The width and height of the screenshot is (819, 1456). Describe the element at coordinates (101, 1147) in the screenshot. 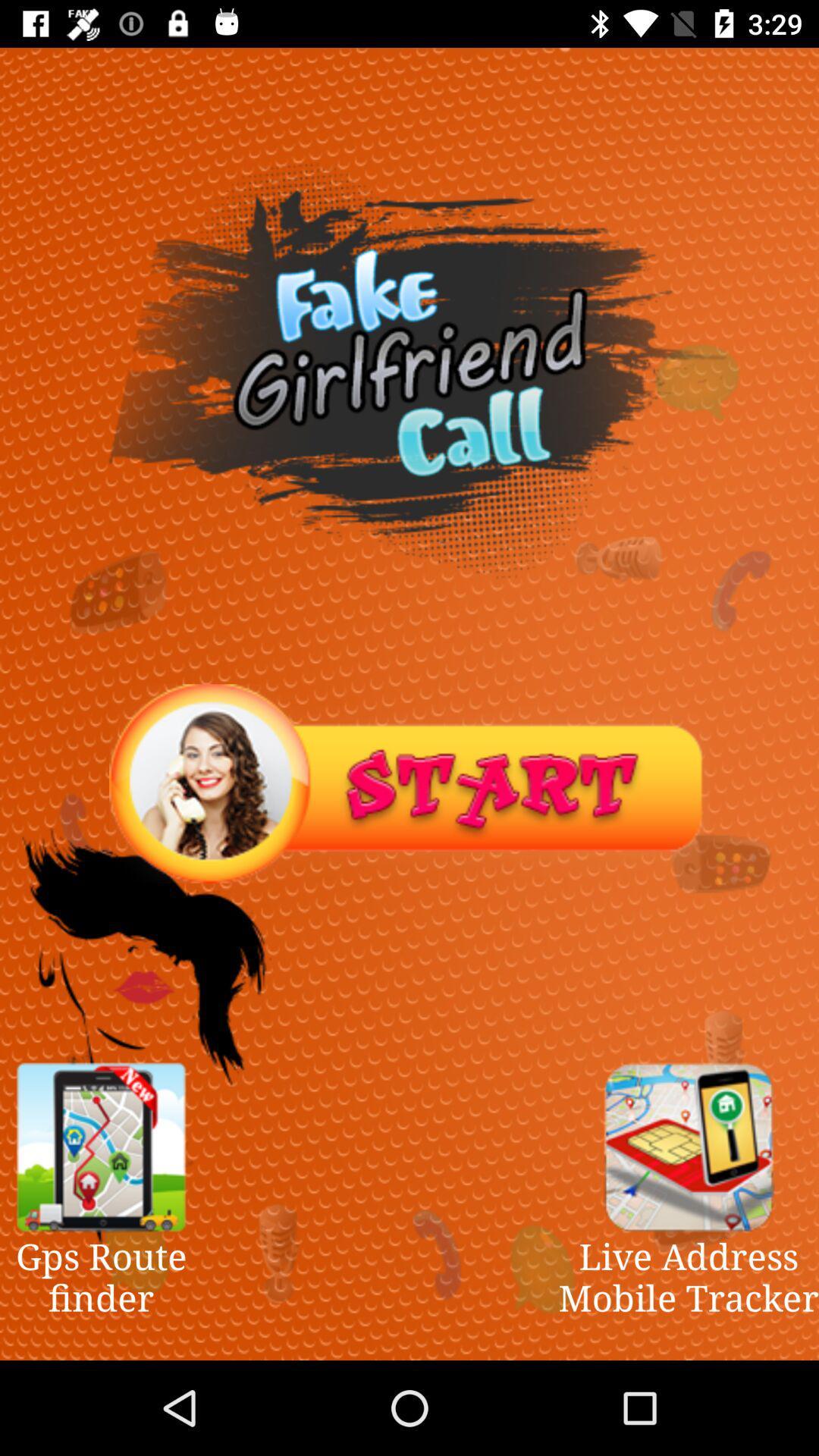

I see `gps route finder` at that location.